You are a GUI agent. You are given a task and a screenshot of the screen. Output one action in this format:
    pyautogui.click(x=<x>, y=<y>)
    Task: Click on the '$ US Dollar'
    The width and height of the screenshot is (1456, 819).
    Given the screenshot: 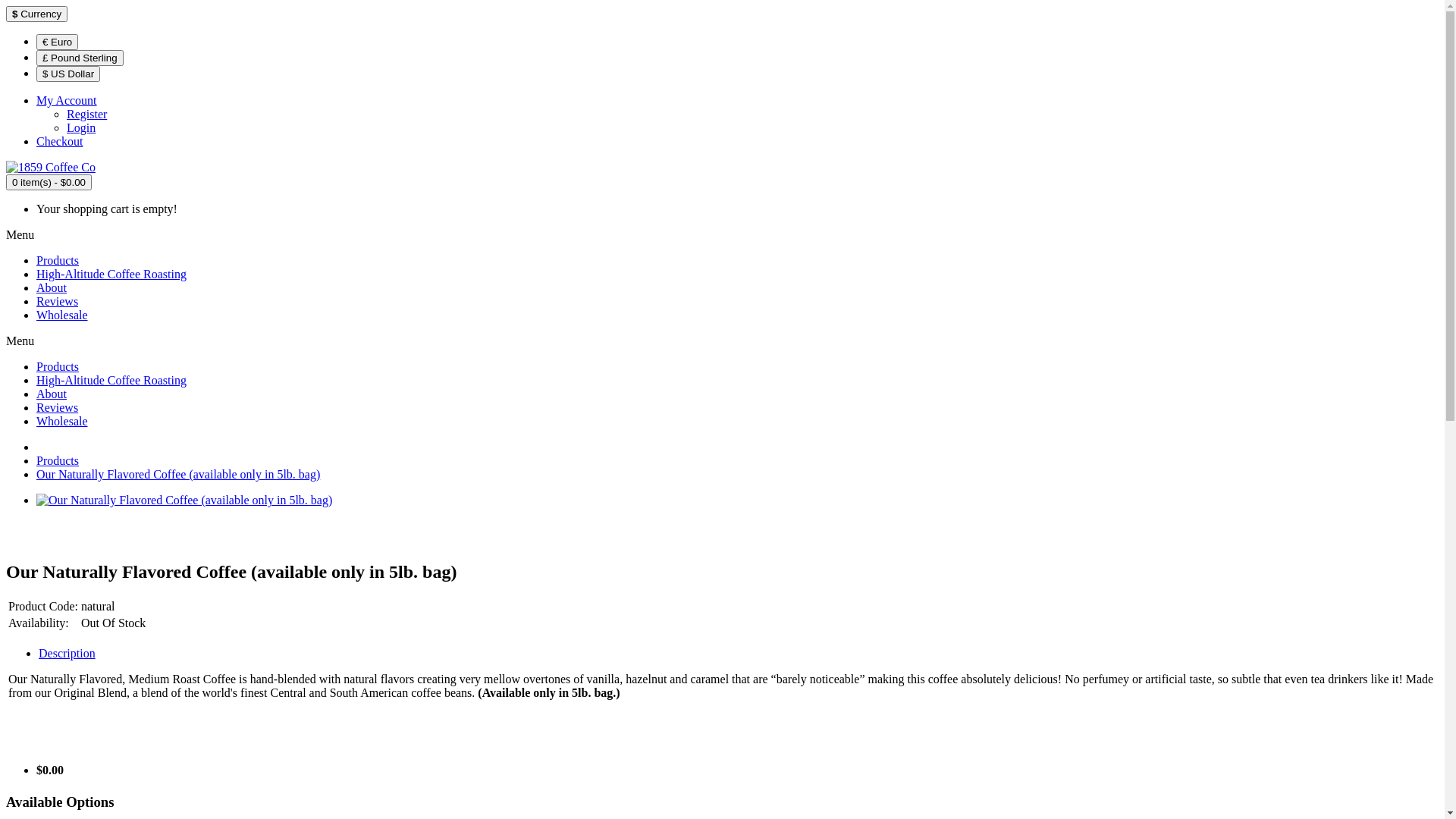 What is the action you would take?
    pyautogui.click(x=67, y=74)
    